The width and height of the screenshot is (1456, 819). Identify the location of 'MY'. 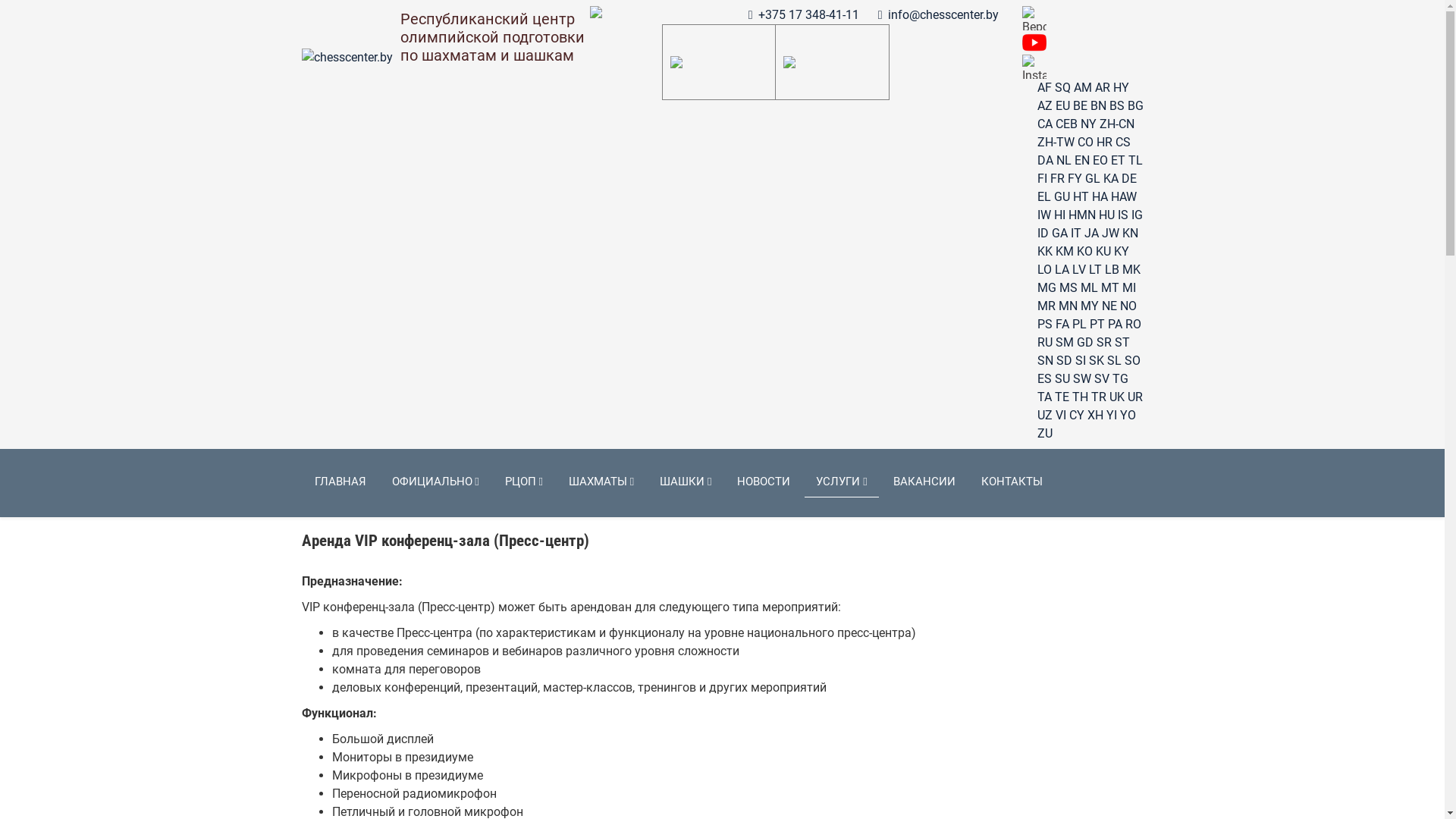
(1087, 306).